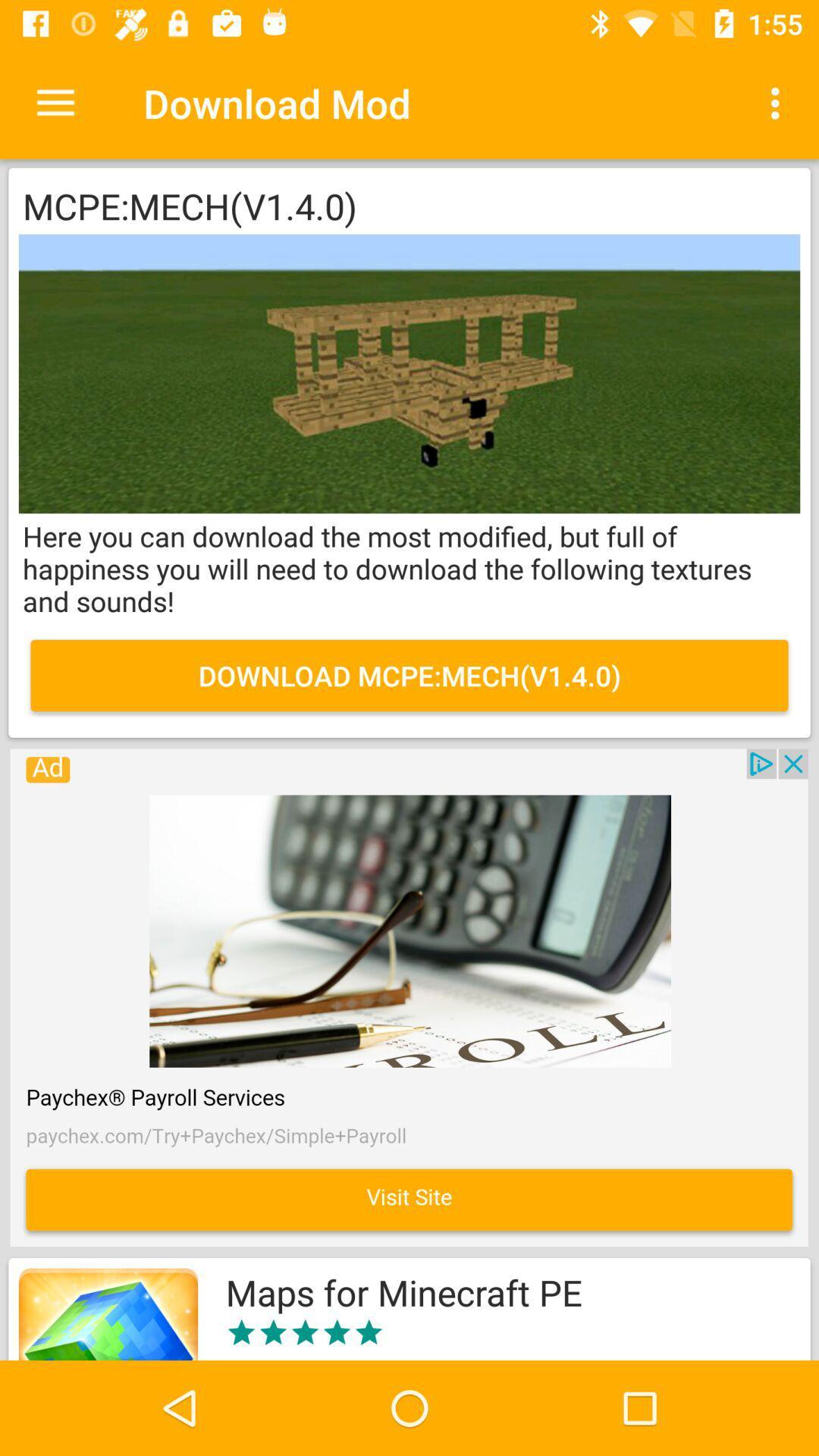  Describe the element at coordinates (408, 997) in the screenshot. I see `advertisement` at that location.